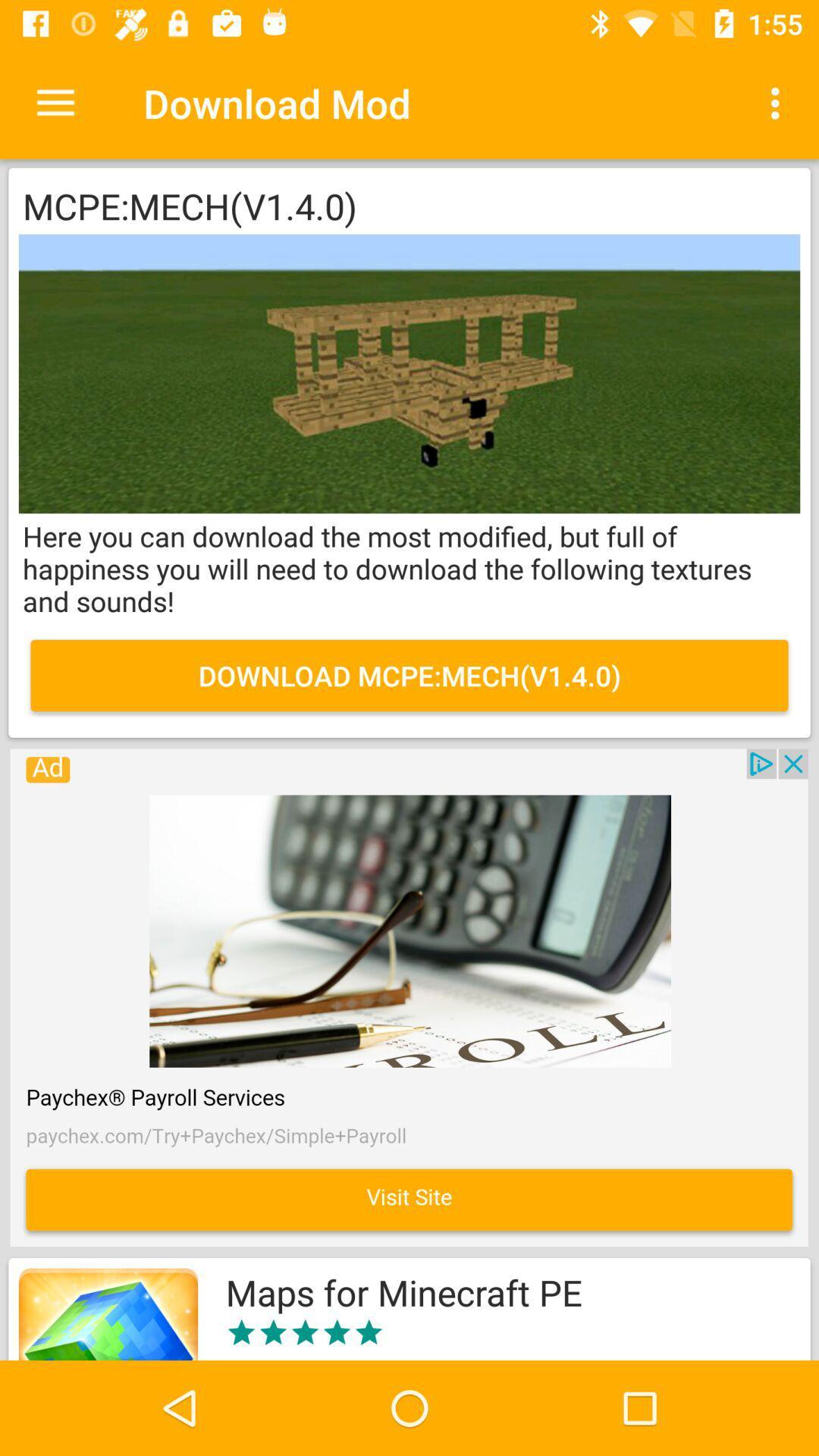  Describe the element at coordinates (408, 997) in the screenshot. I see `advertisement` at that location.